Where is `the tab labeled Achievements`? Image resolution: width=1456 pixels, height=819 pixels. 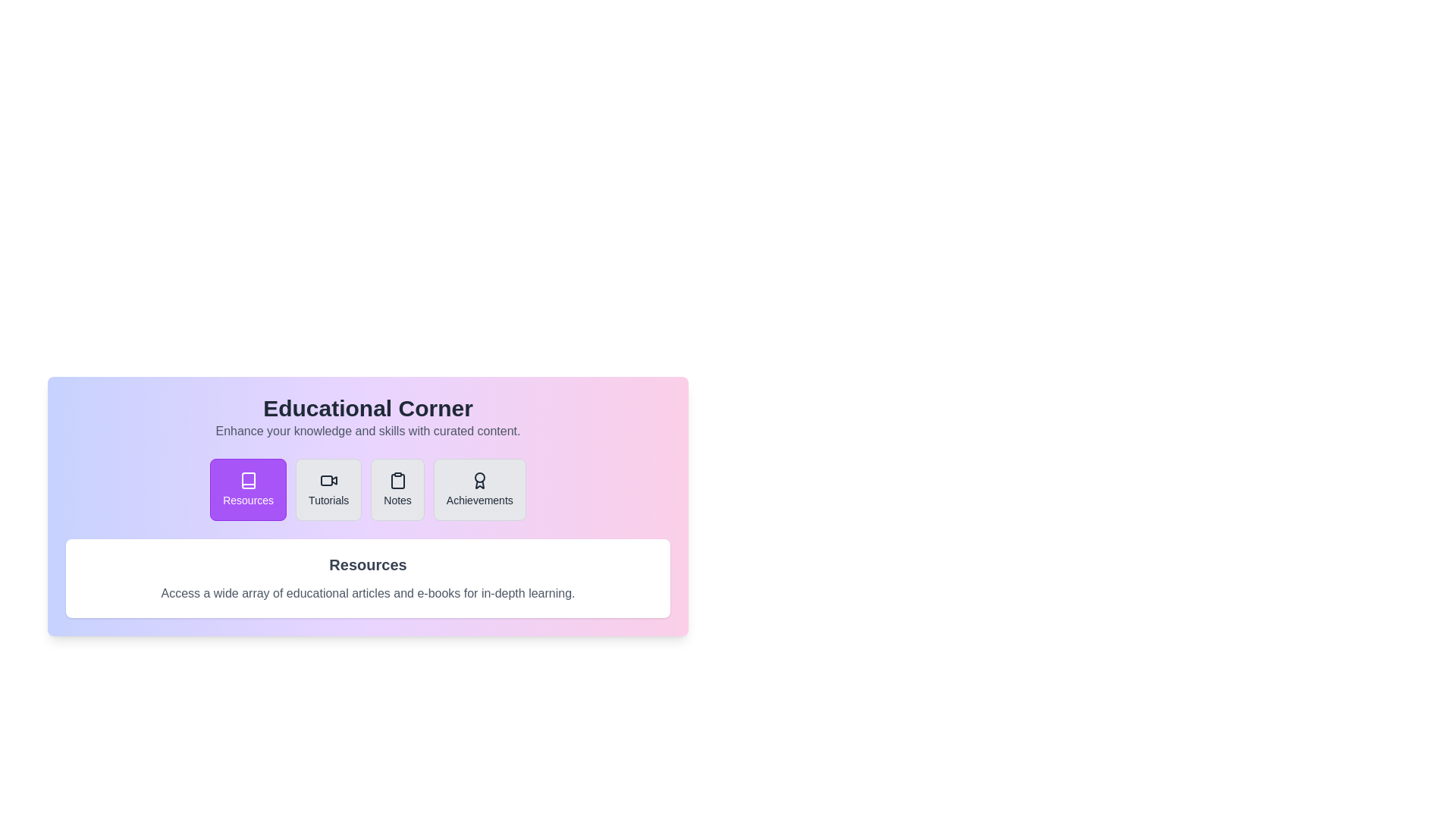
the tab labeled Achievements is located at coordinates (479, 489).